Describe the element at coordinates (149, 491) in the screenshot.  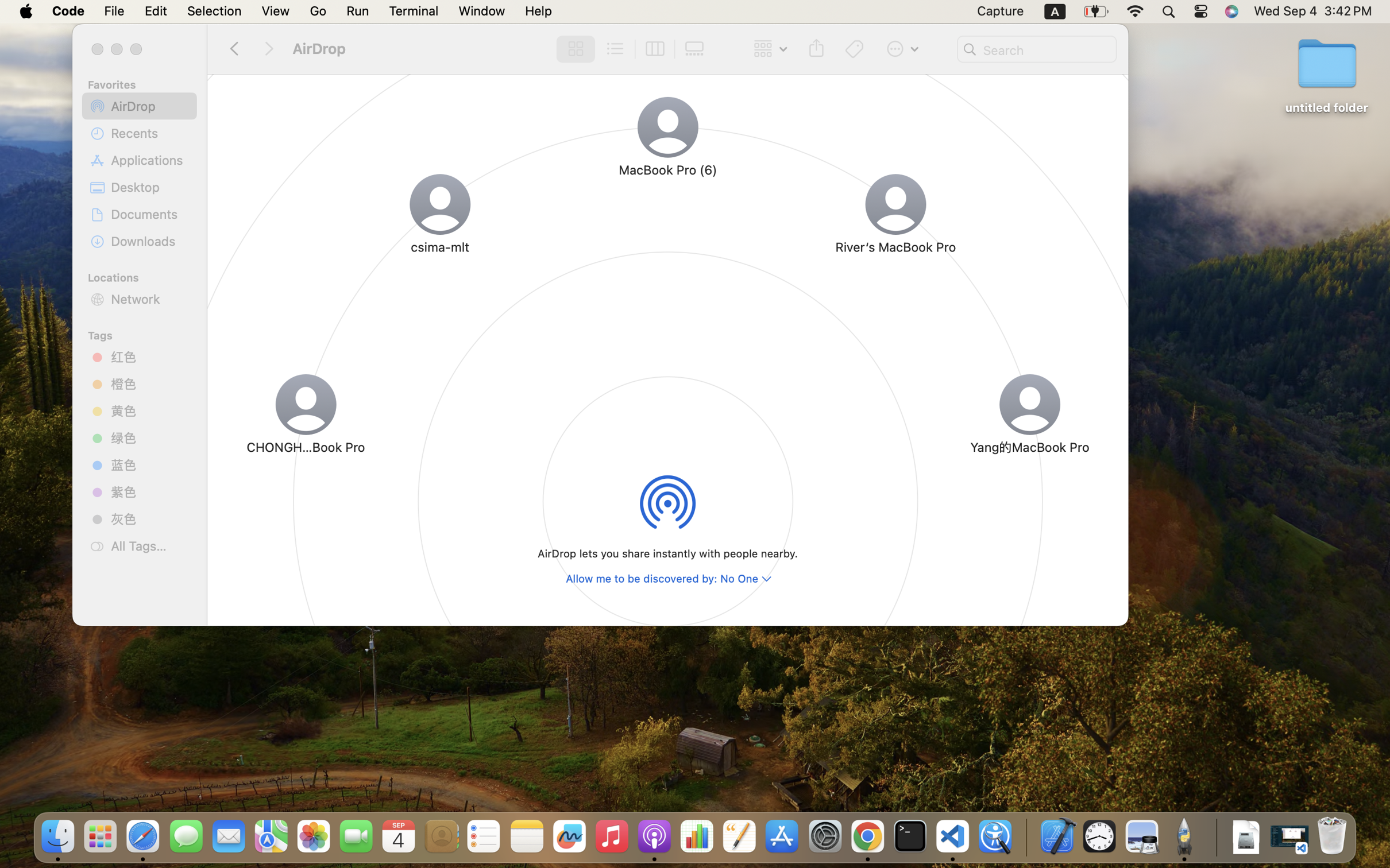
I see `'紫色'` at that location.